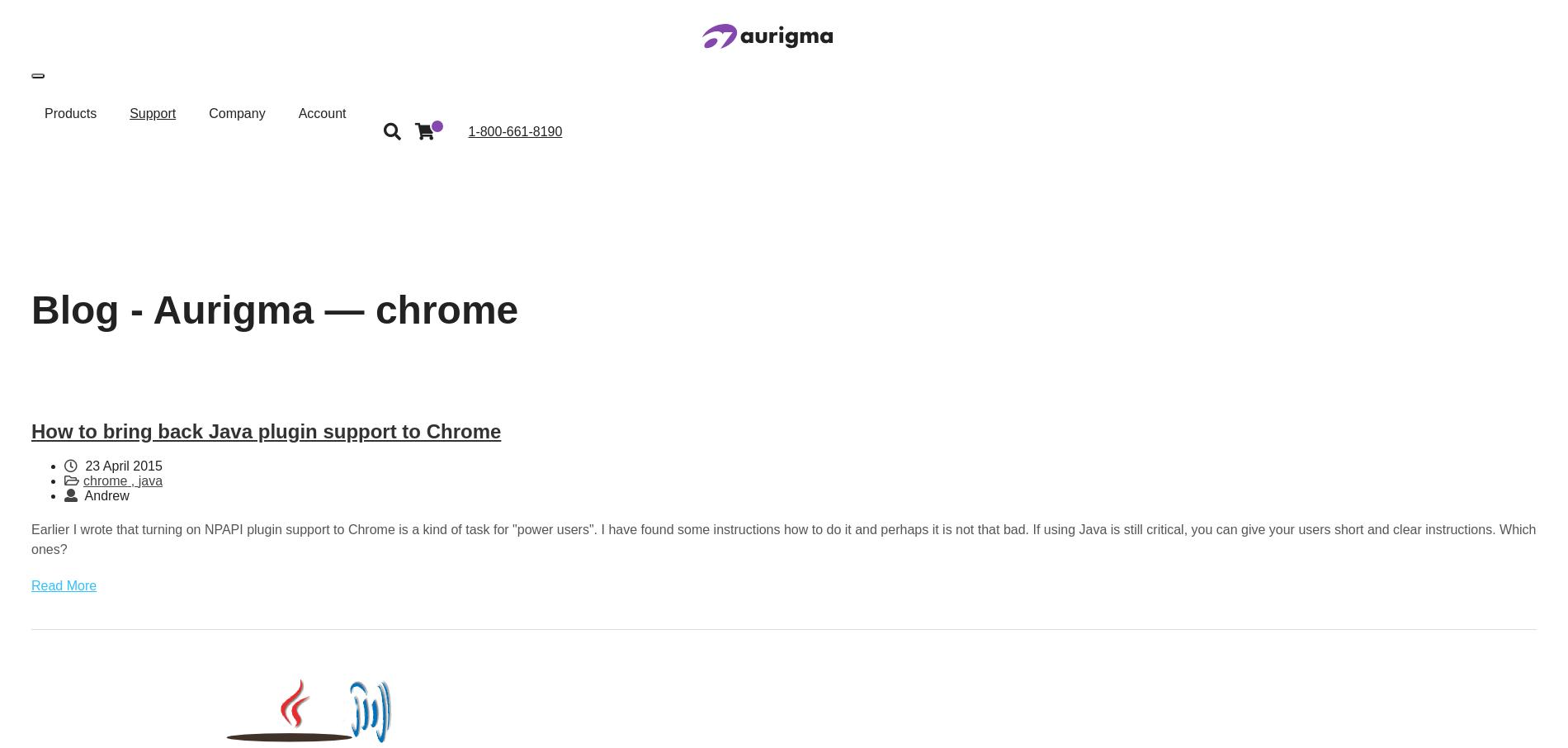 The height and width of the screenshot is (748, 1568). What do you see at coordinates (782, 538) in the screenshot?
I see `'Earlier I wrote that turning on NPAPI plugin support to Chrome is a kind of task for "power users". I have found some instructions how to do it and perhaps it is not that bad. If using Java is still critical, you can give your users short and clear instructions. Which ones?'` at bounding box center [782, 538].